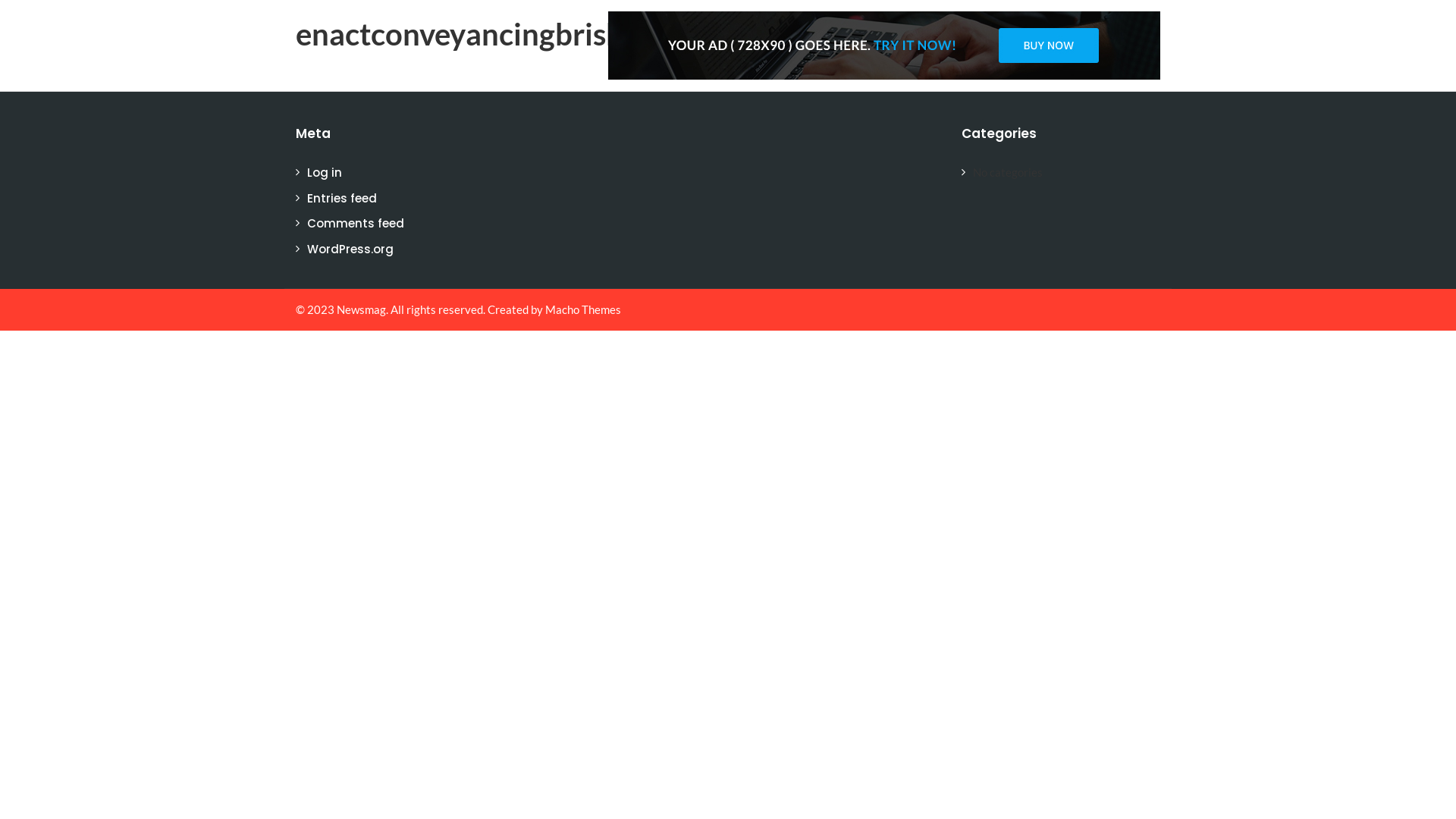  What do you see at coordinates (349, 248) in the screenshot?
I see `'WordPress.org'` at bounding box center [349, 248].